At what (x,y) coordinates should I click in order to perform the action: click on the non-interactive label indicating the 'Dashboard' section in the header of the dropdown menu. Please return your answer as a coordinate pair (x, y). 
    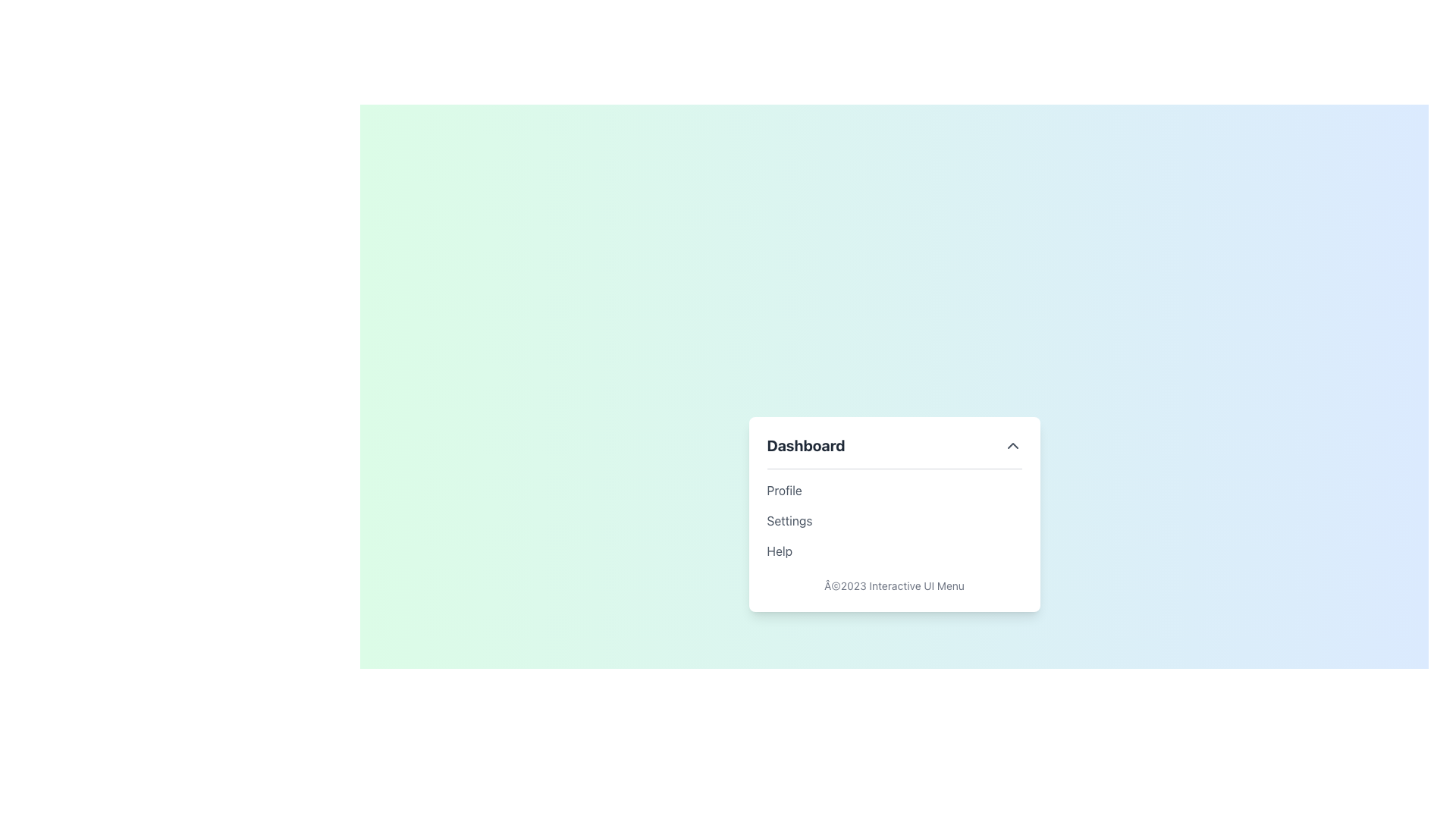
    Looking at the image, I should click on (805, 444).